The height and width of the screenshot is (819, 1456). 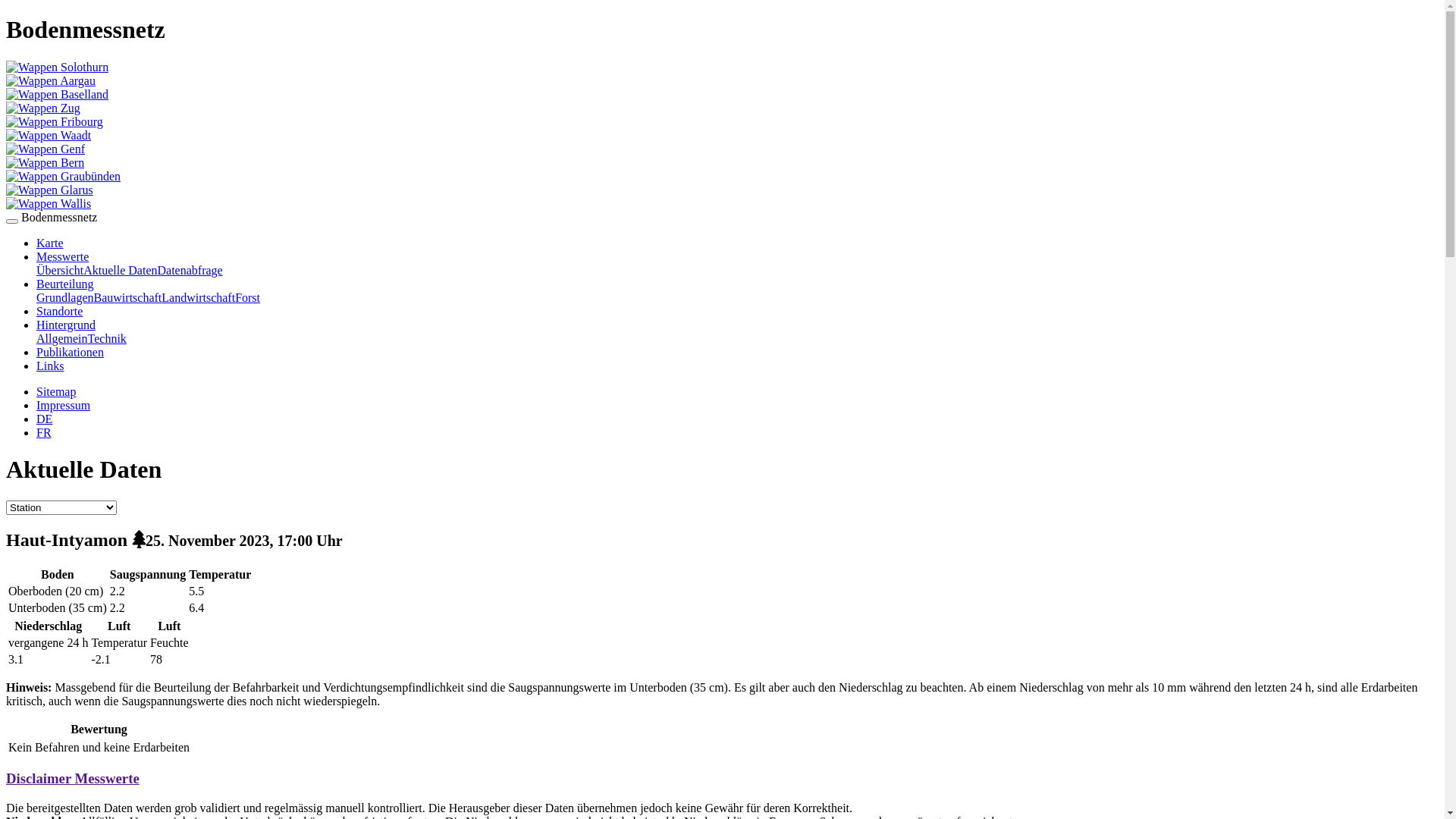 What do you see at coordinates (197, 297) in the screenshot?
I see `'Landwirtschaft'` at bounding box center [197, 297].